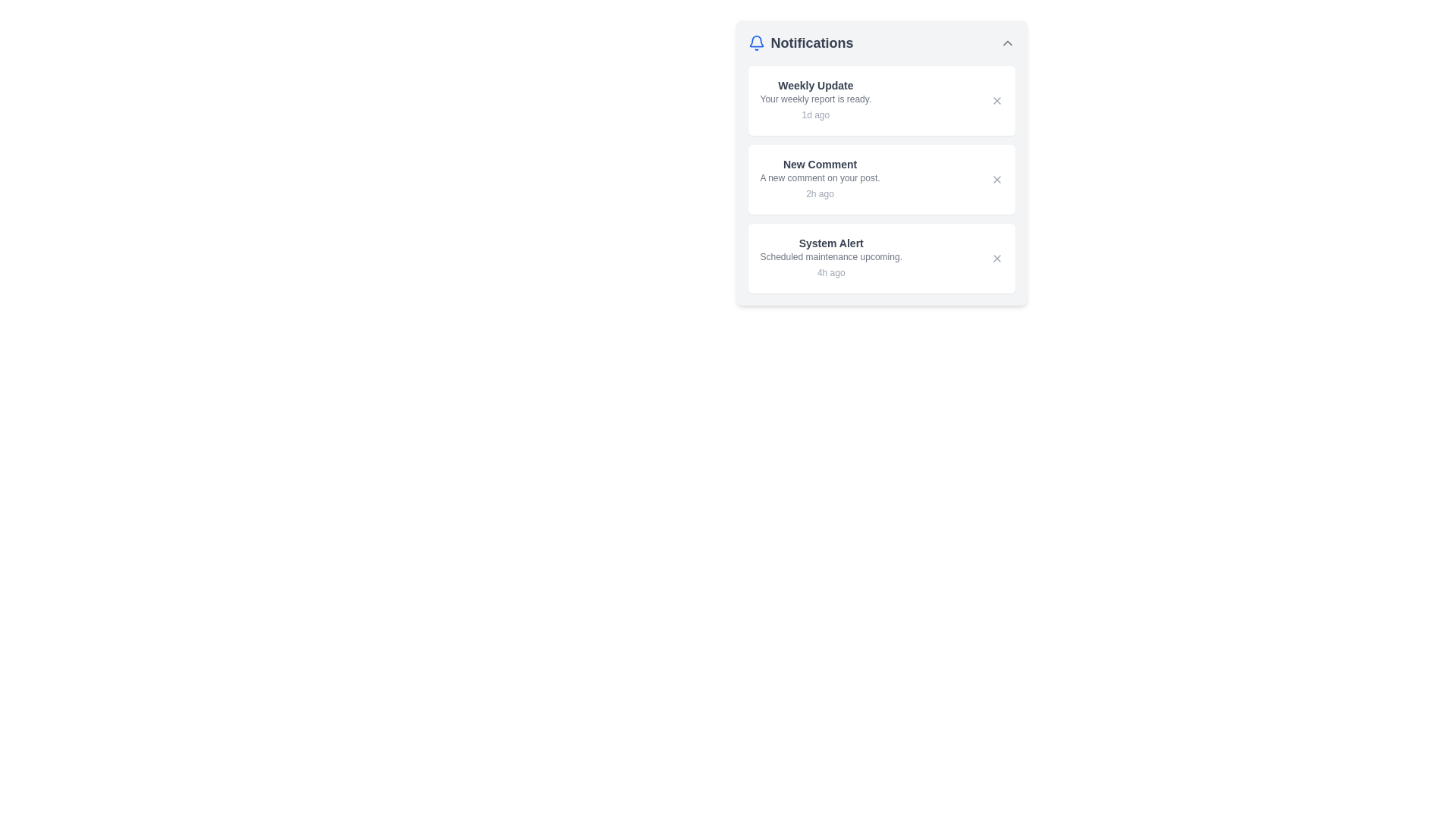 The height and width of the screenshot is (819, 1456). Describe the element at coordinates (996, 100) in the screenshot. I see `the close or cancel icon button located at the top right corner of the 'Weekly Update' notification card to trigger the color change` at that location.